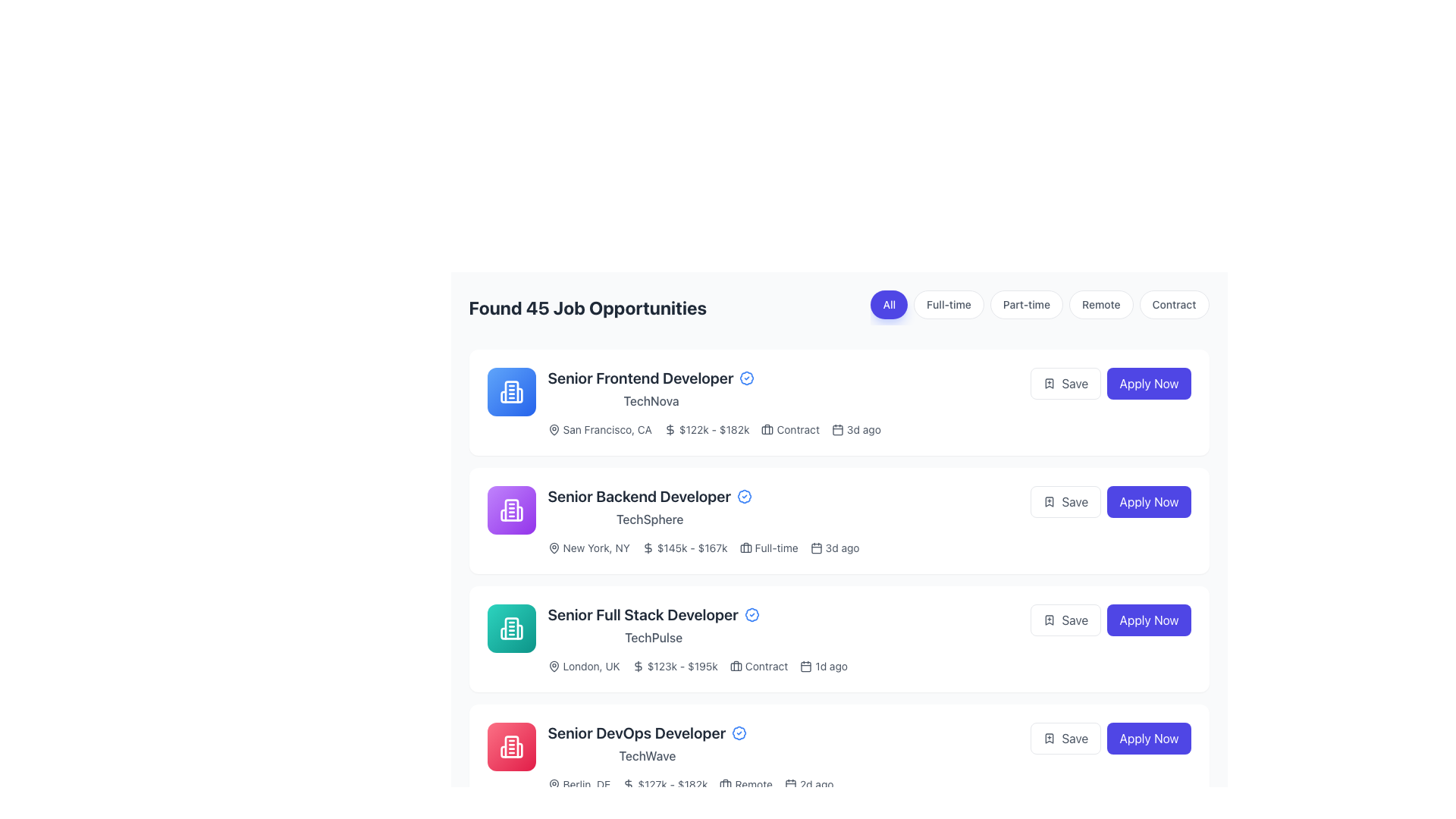 The image size is (1456, 819). What do you see at coordinates (1039, 307) in the screenshot?
I see `the filter bar containing buttons labeled 'All', 'Full-time', 'Part-time', 'Remote', and 'Contract'` at bounding box center [1039, 307].